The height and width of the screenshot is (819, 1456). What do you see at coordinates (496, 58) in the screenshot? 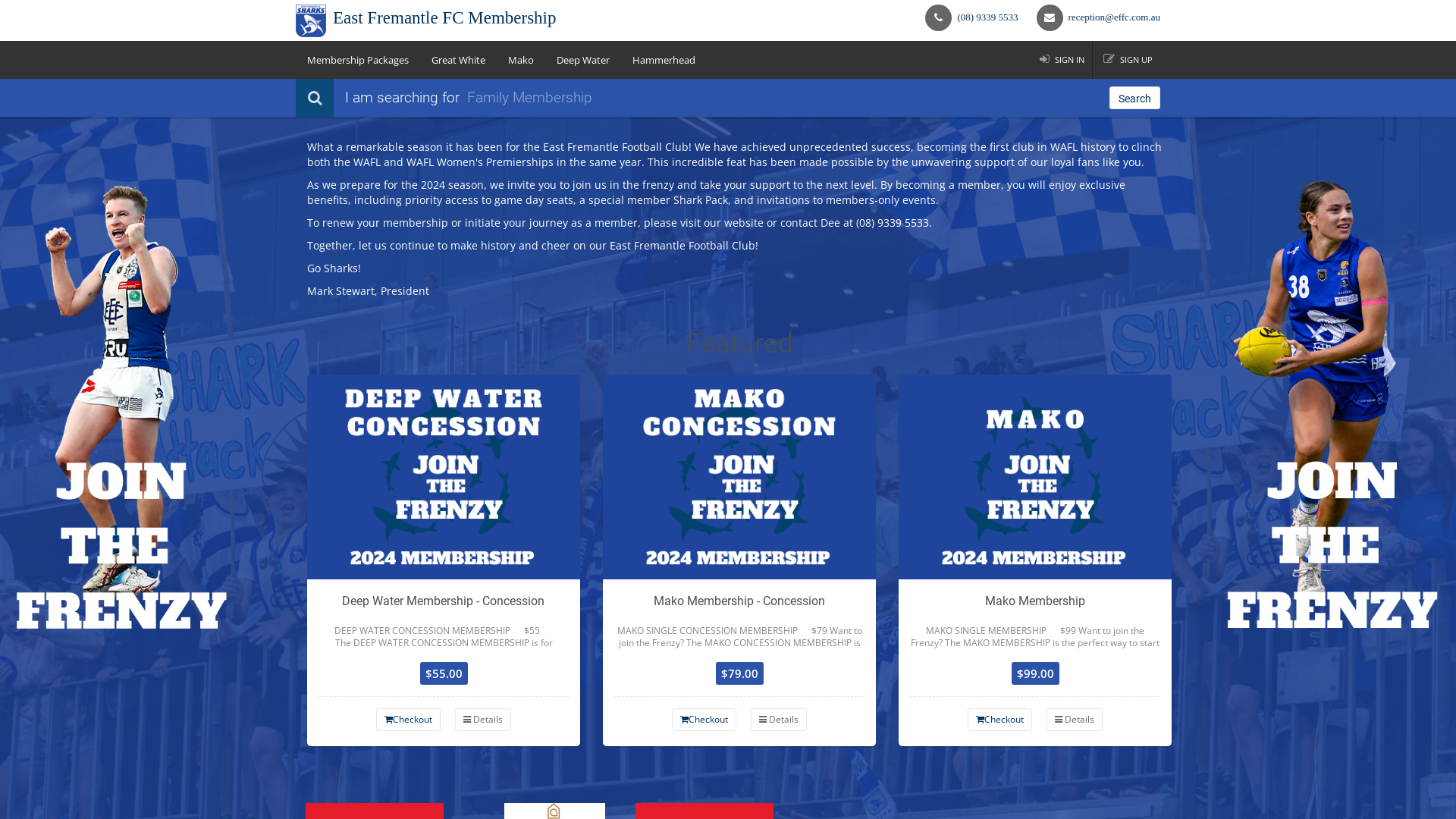
I see `'Mako'` at bounding box center [496, 58].